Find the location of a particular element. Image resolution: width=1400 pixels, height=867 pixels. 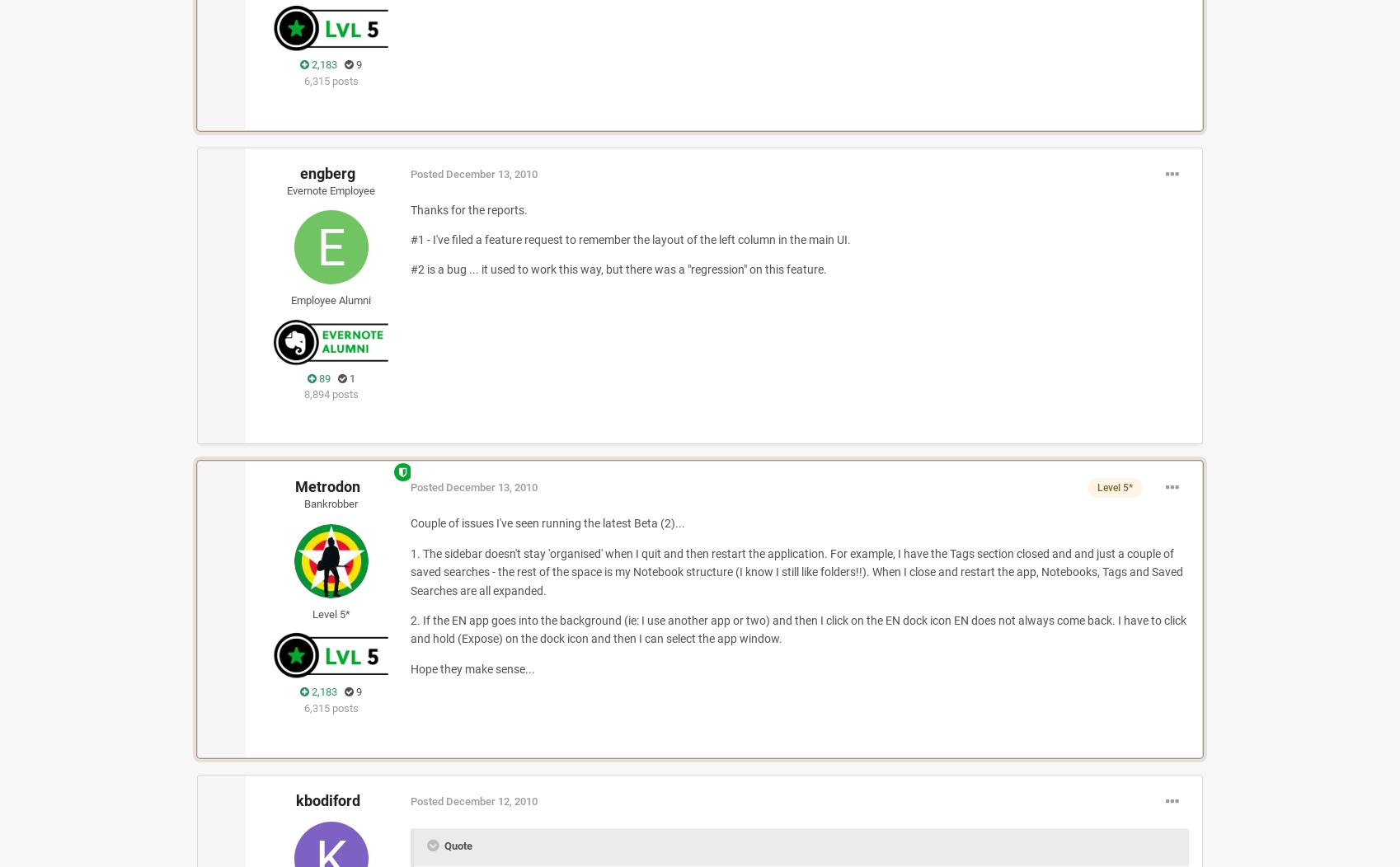

'Metrodon' is located at coordinates (327, 485).